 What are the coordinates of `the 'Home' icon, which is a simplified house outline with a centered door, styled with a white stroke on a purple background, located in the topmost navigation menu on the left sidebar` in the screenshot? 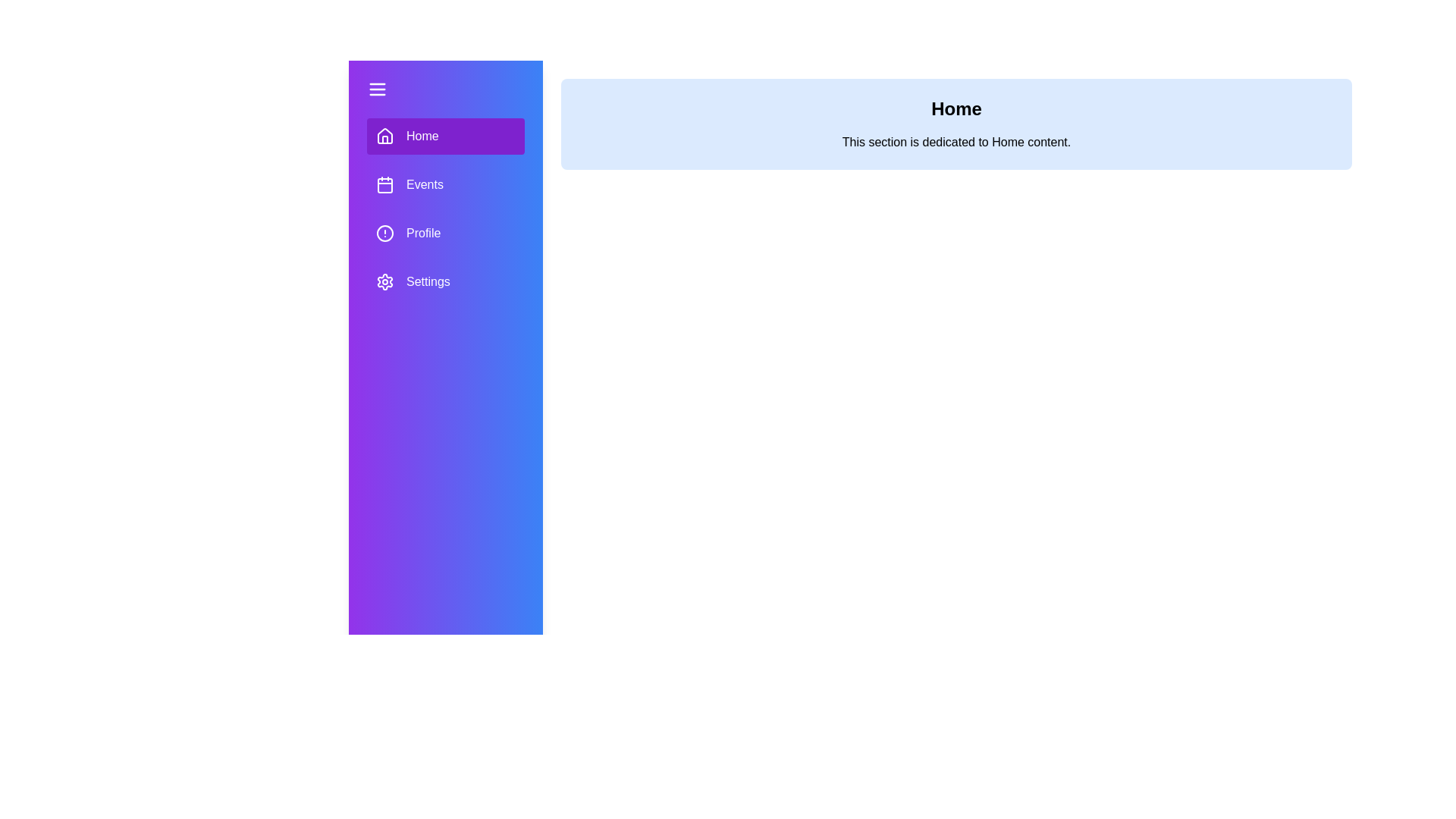 It's located at (385, 136).